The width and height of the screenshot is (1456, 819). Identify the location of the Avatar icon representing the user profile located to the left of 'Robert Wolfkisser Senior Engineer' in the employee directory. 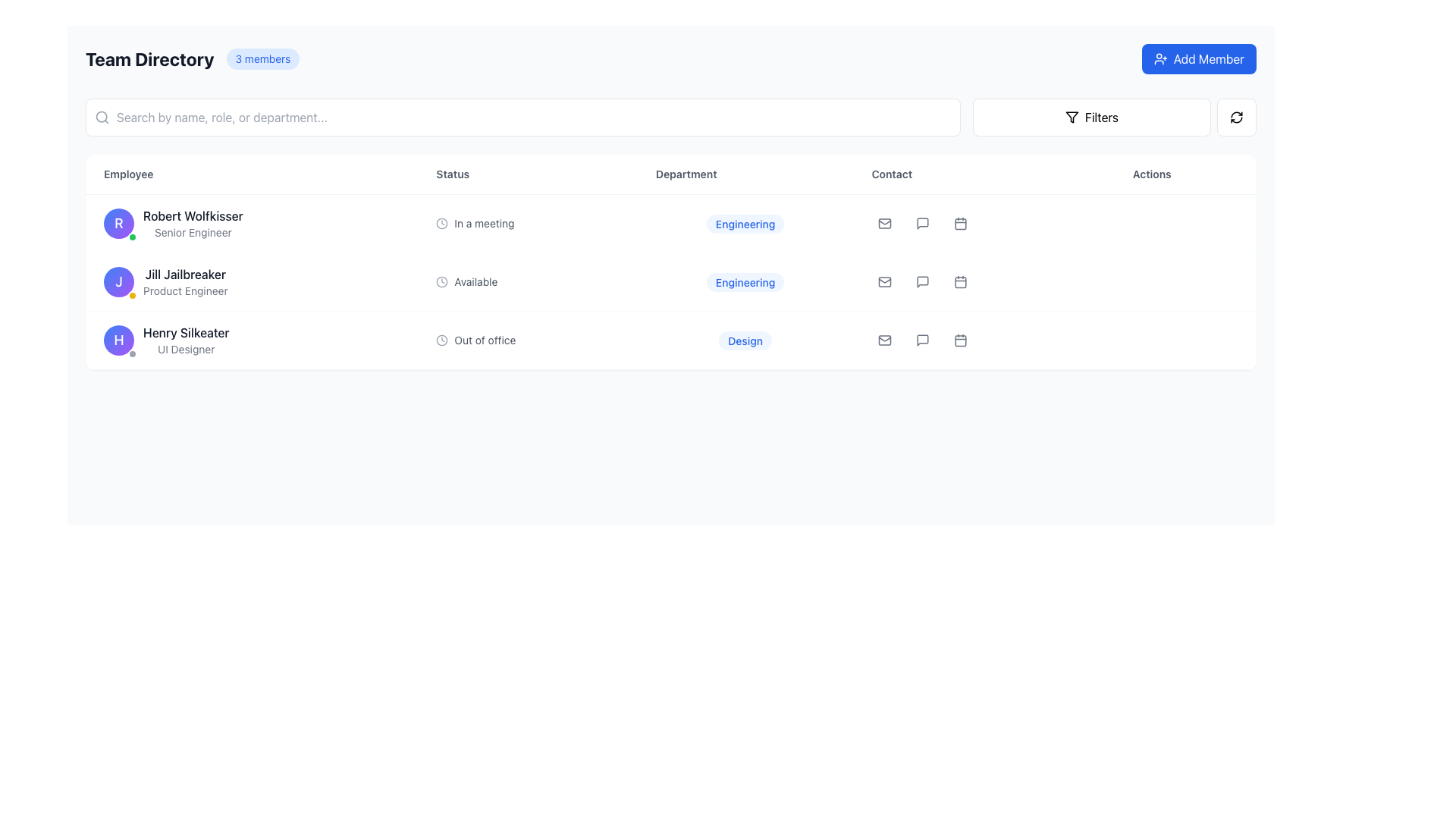
(118, 223).